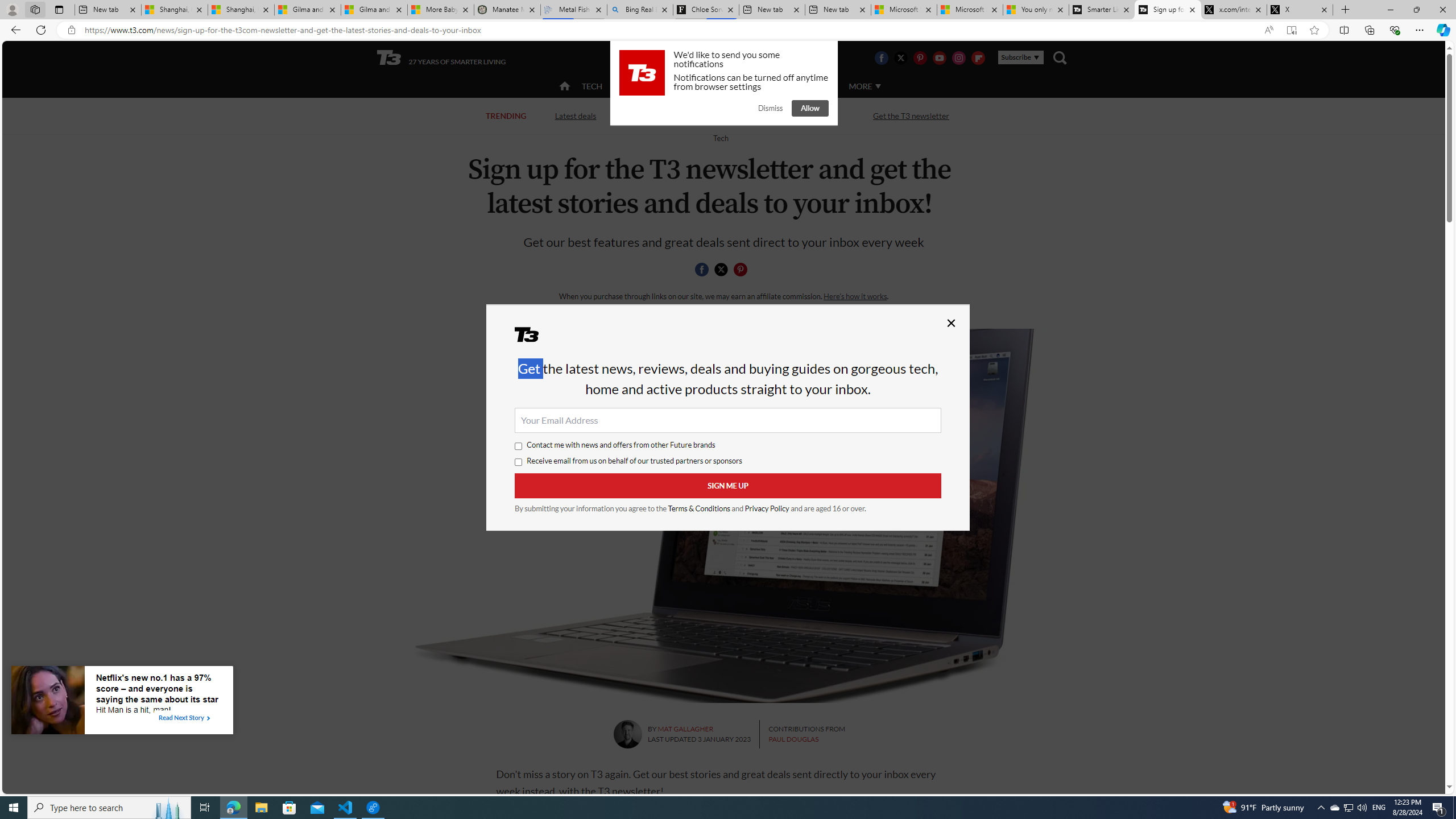 The image size is (1456, 819). Describe the element at coordinates (1101, 9) in the screenshot. I see `'Smarter Living | T3'` at that location.